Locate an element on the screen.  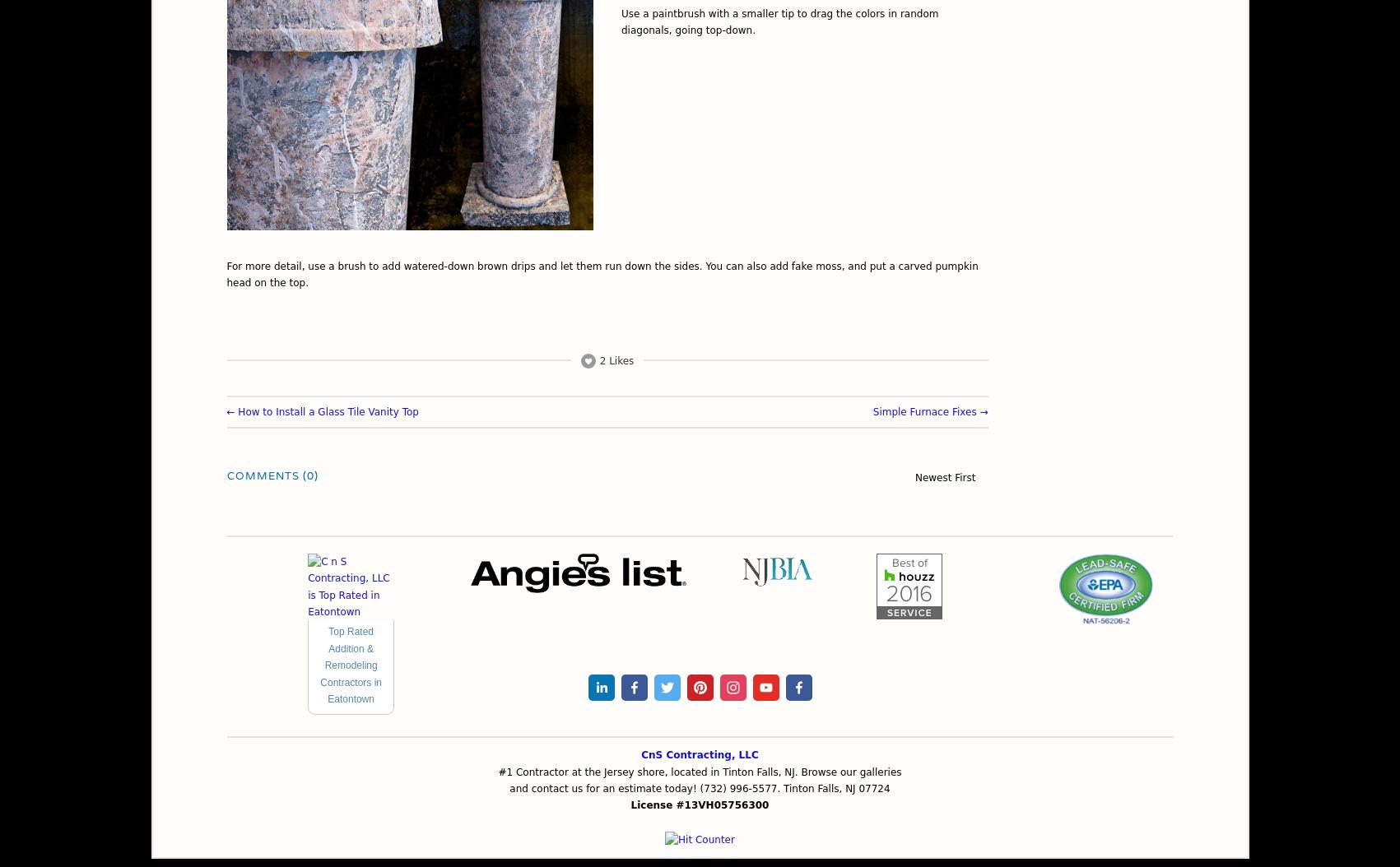
'and contact us for an estimate today! (732) 996-5577. Tinton Falls, NJ 07724' is located at coordinates (699, 789).